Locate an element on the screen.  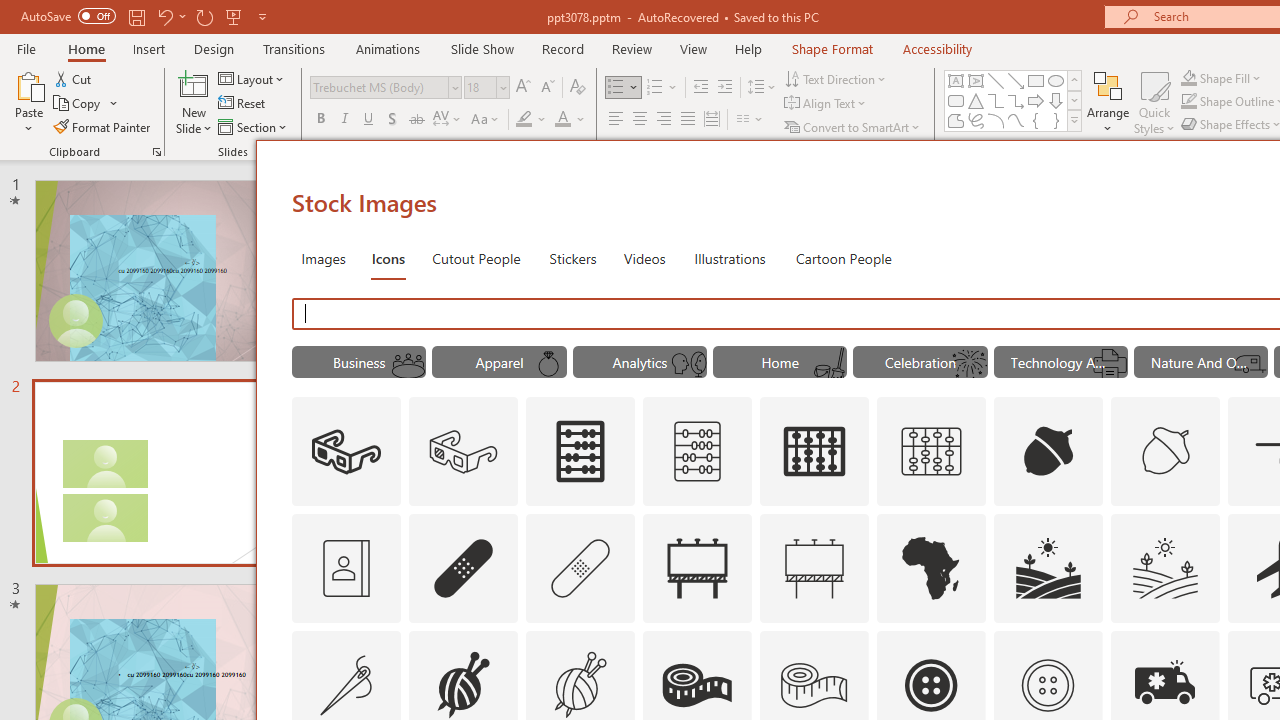
'"Nature And Outdoors" Icons.' is located at coordinates (1200, 362).